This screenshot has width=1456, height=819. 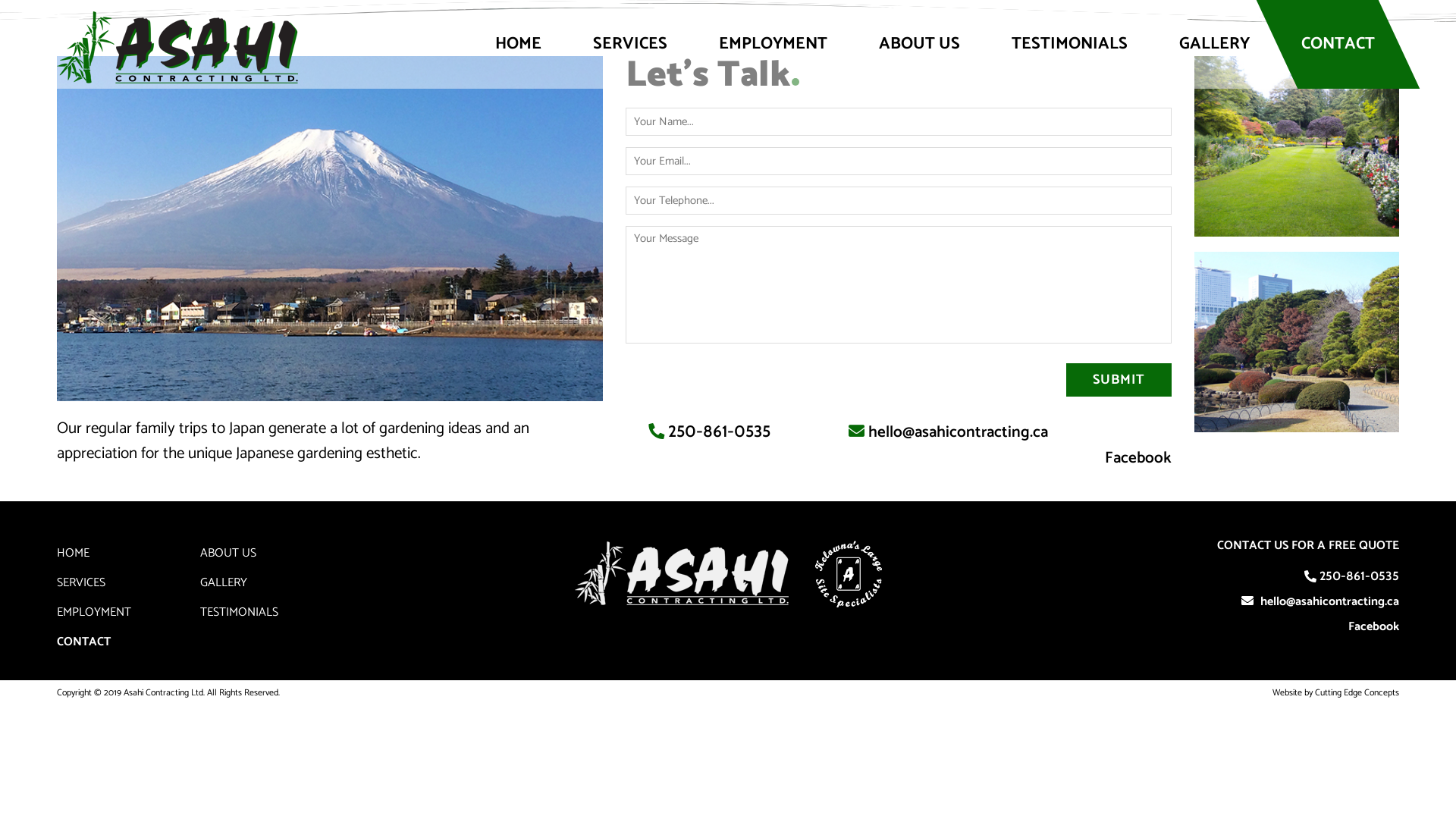 What do you see at coordinates (1338, 43) in the screenshot?
I see `'CONTACT'` at bounding box center [1338, 43].